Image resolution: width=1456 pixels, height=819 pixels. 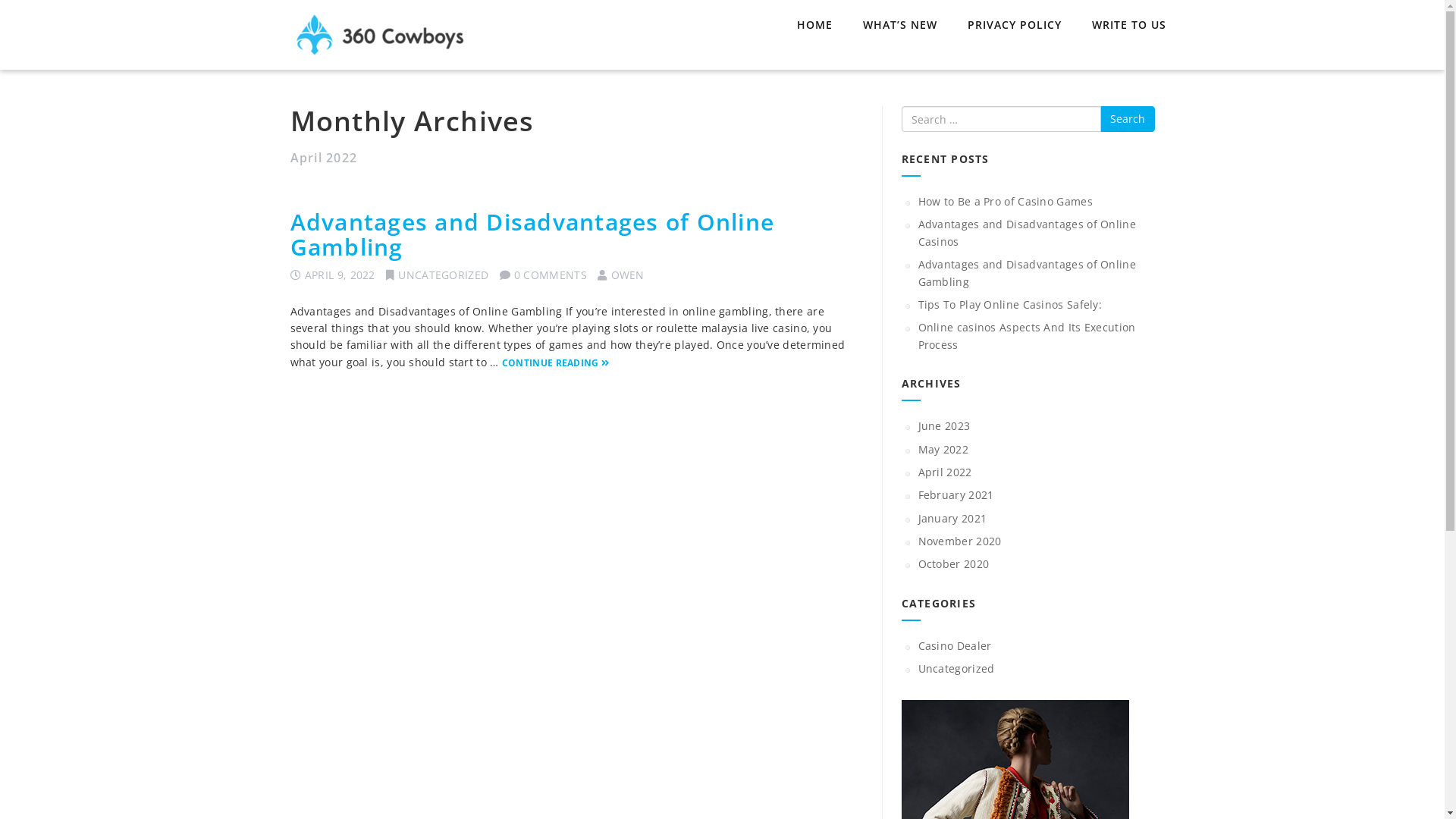 I want to click on 'UNCATEGORIZED', so click(x=442, y=275).